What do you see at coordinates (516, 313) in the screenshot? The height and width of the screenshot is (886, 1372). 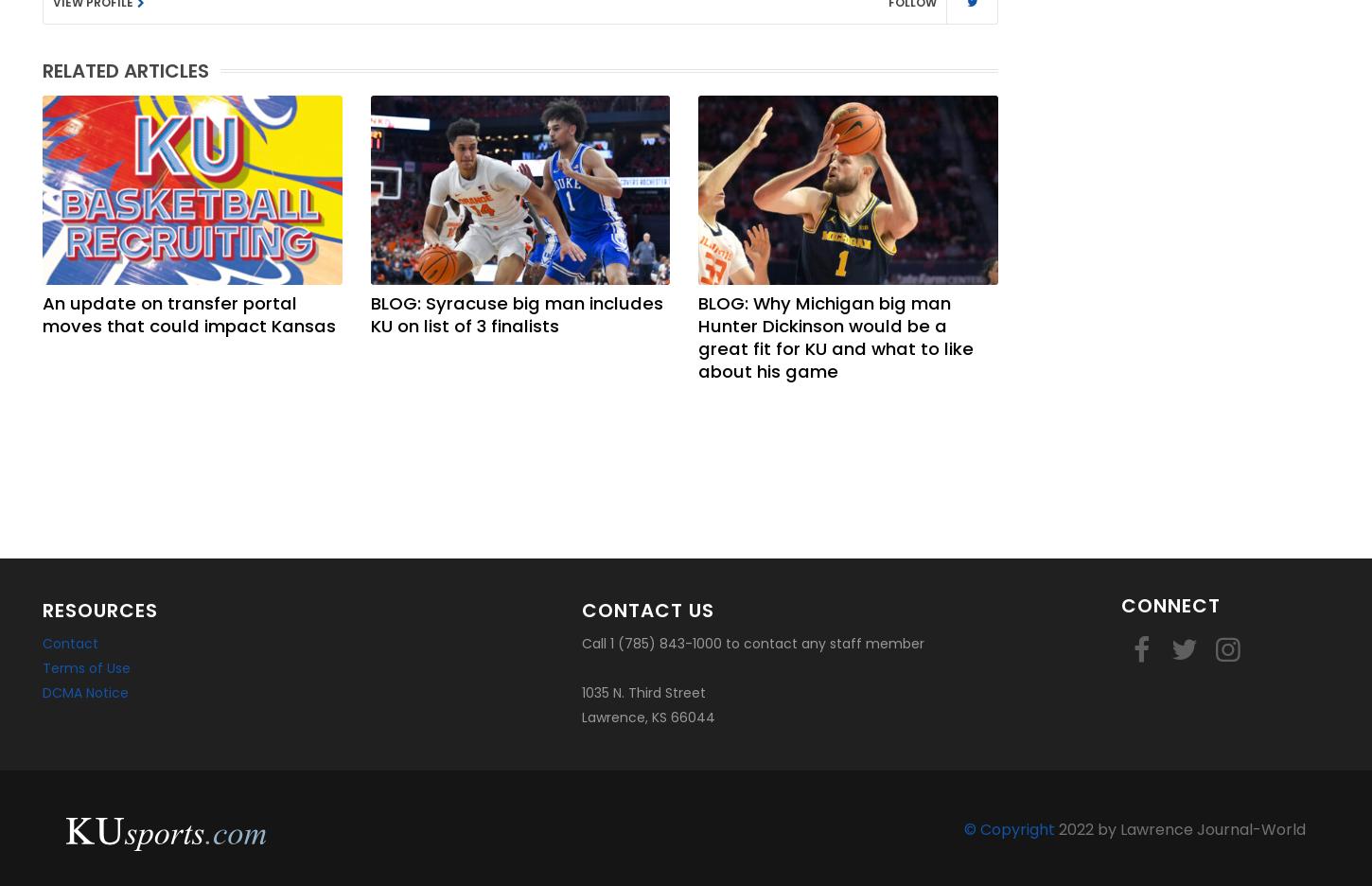 I see `'BLOG: Syracuse big man includes KU on list of 3 finalists'` at bounding box center [516, 313].